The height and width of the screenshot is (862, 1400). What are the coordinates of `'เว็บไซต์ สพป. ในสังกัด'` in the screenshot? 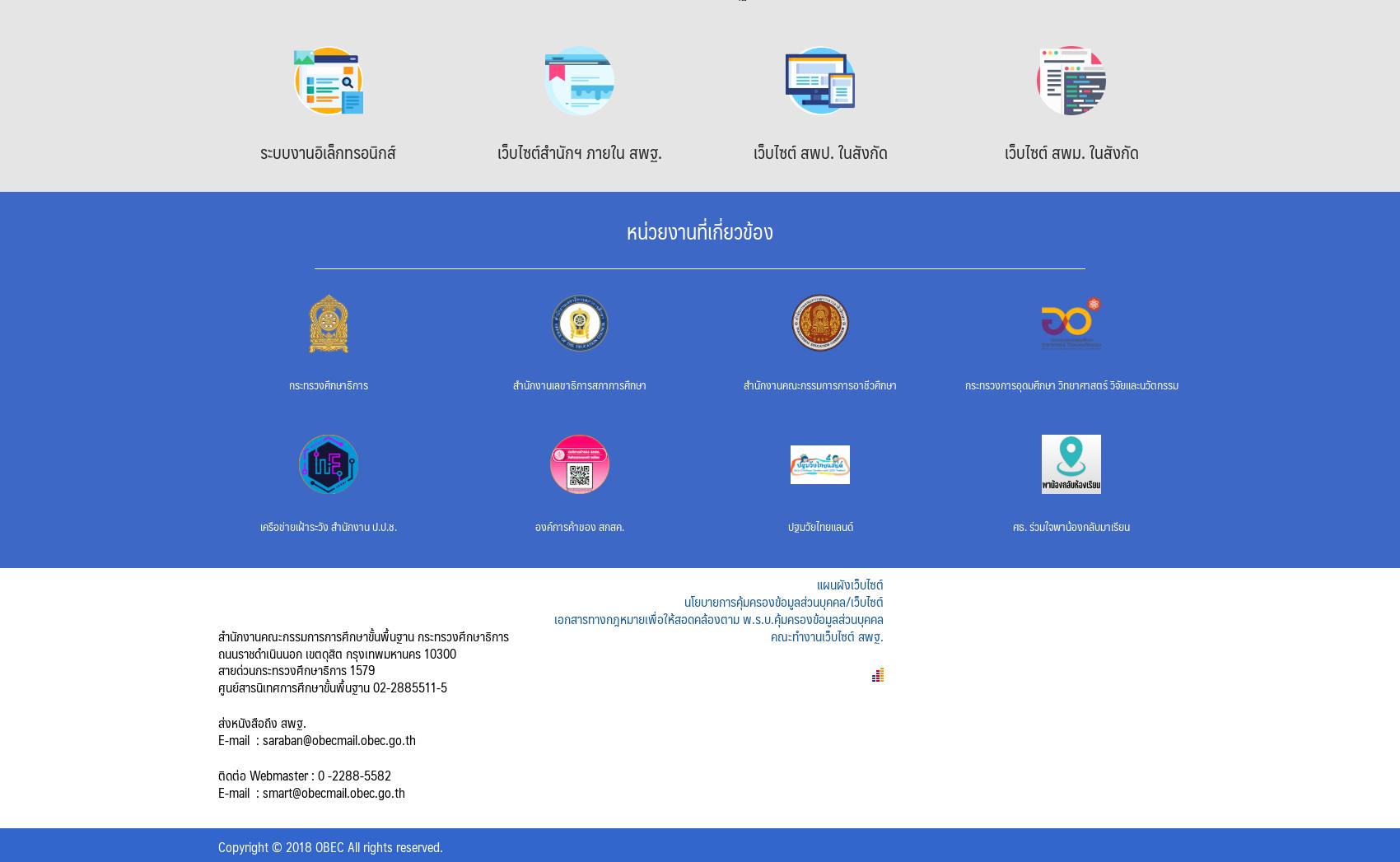 It's located at (819, 151).